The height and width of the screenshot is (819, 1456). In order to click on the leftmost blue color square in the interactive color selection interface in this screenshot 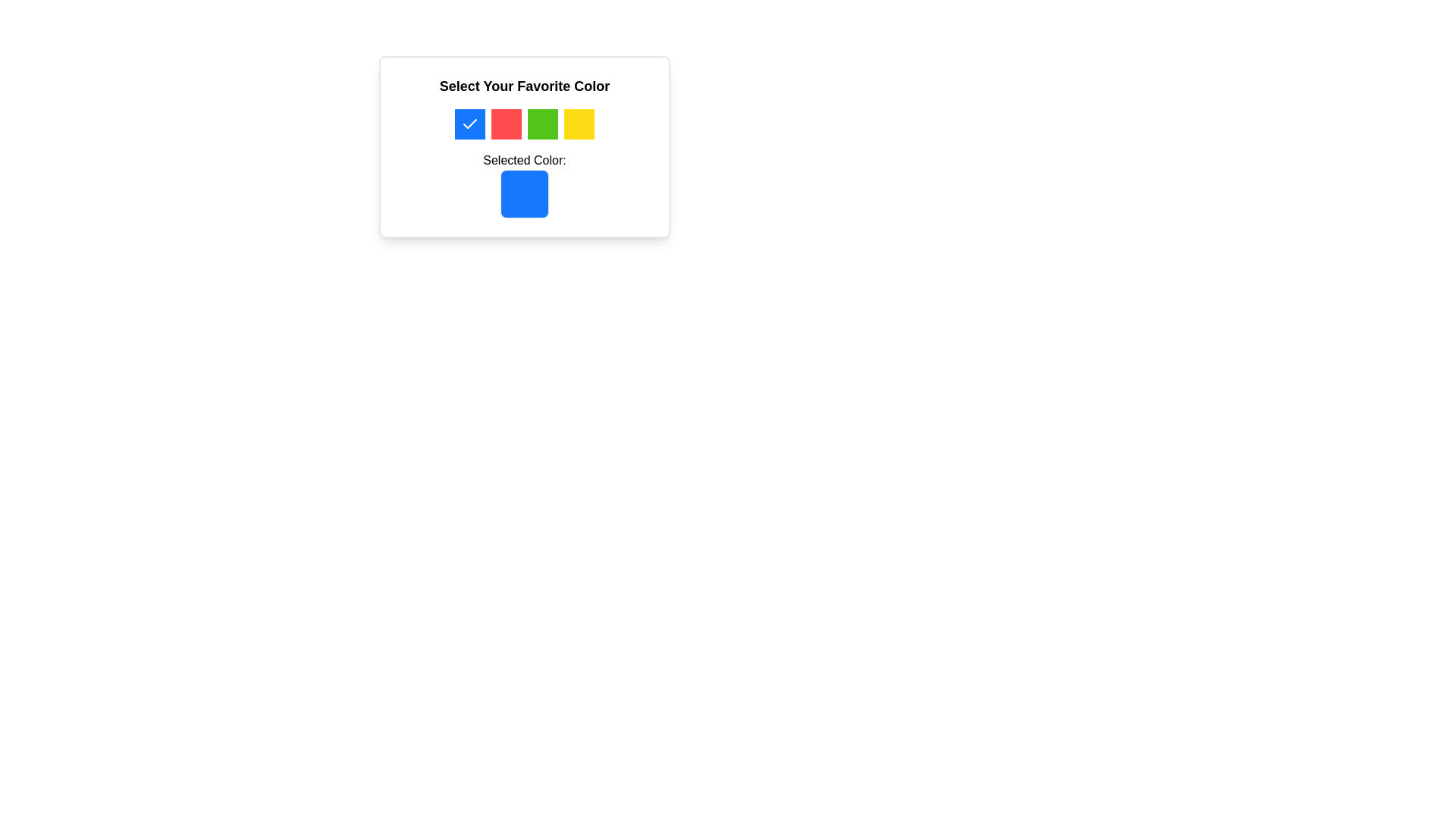, I will do `click(469, 124)`.